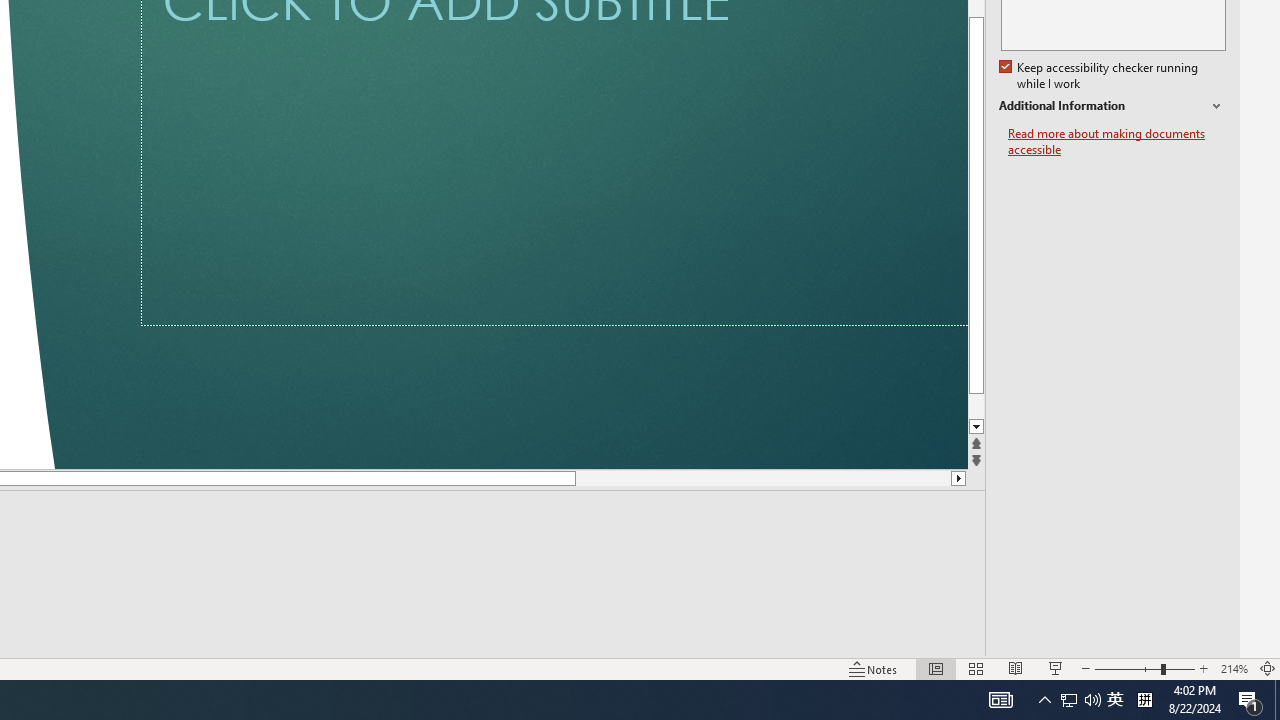 The height and width of the screenshot is (720, 1280). I want to click on 'Zoom 214%', so click(1233, 669).